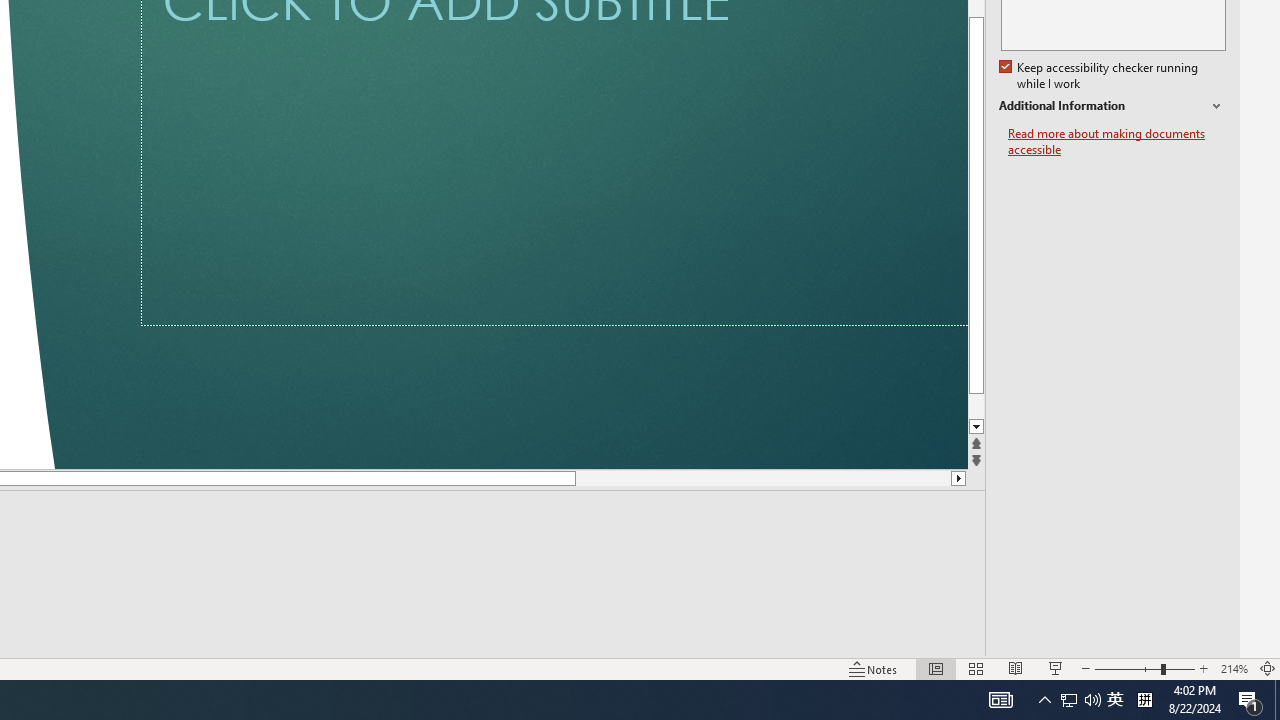 The height and width of the screenshot is (720, 1280). I want to click on 'Zoom 214%', so click(1233, 669).